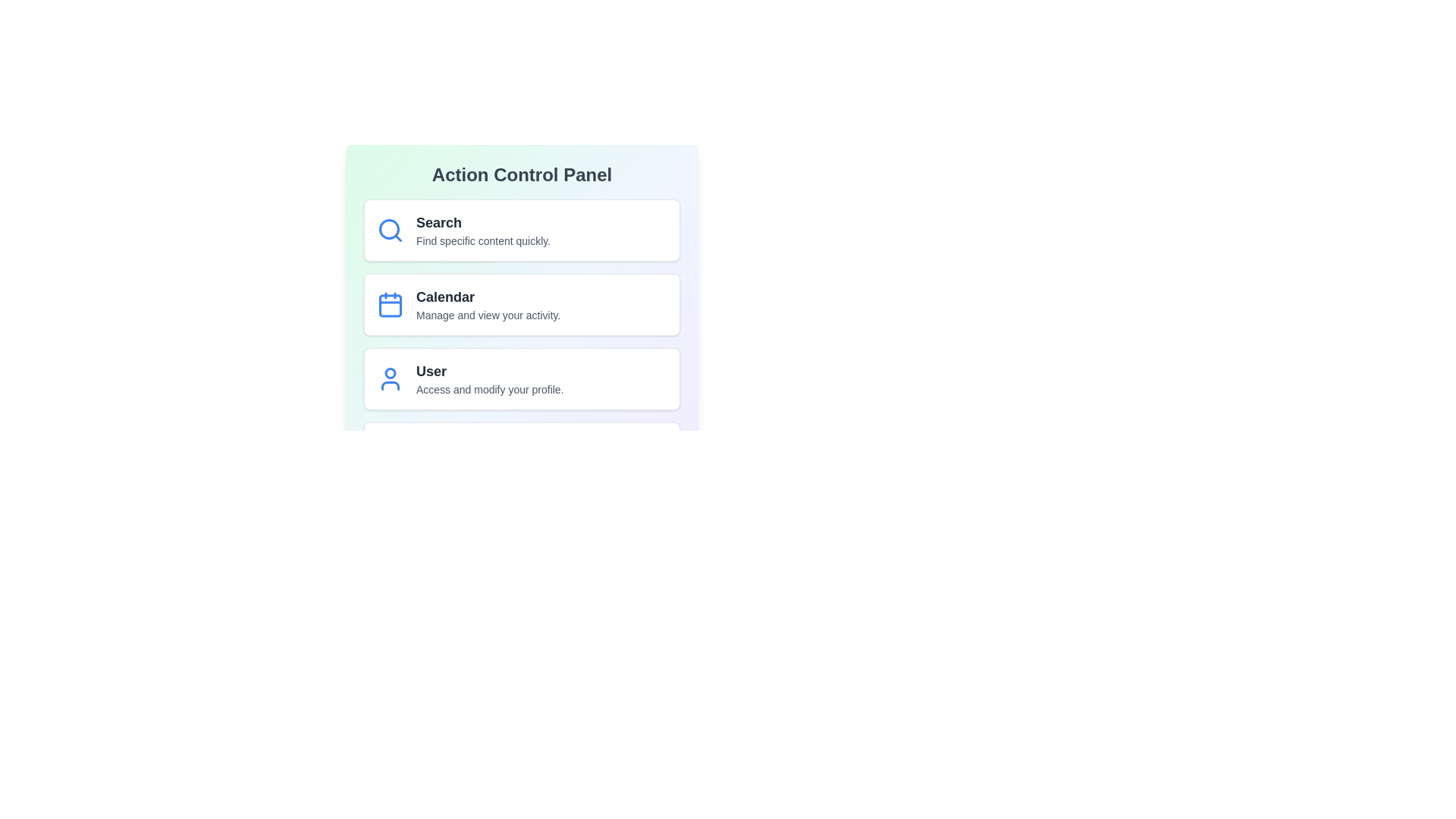  What do you see at coordinates (389, 229) in the screenshot?
I see `the SVG circle representing the search functionality, which is the leftmost circular component of the icon in the 'Search' button group` at bounding box center [389, 229].